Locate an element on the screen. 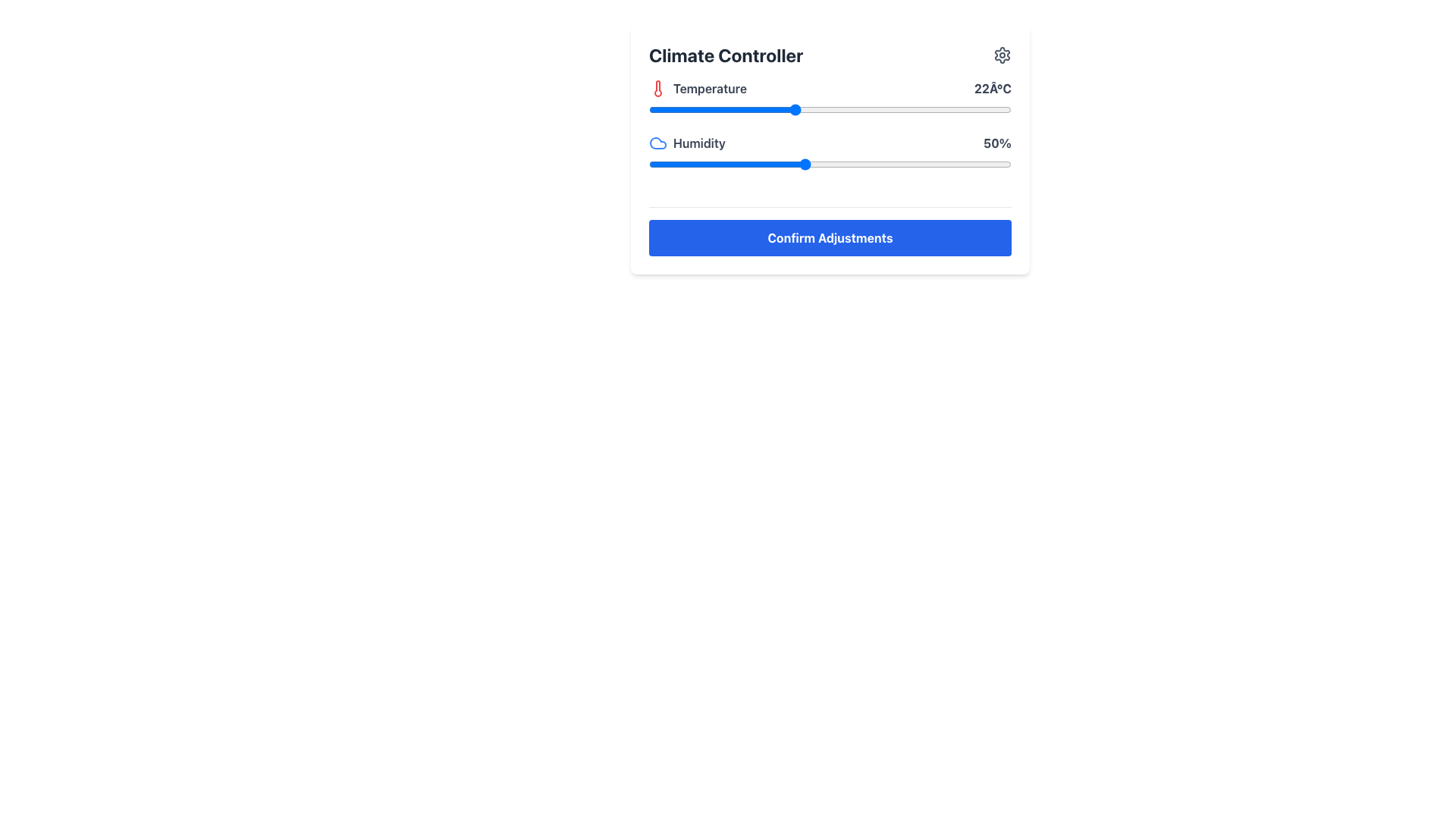 The width and height of the screenshot is (1456, 819). humidity is located at coordinates (664, 164).